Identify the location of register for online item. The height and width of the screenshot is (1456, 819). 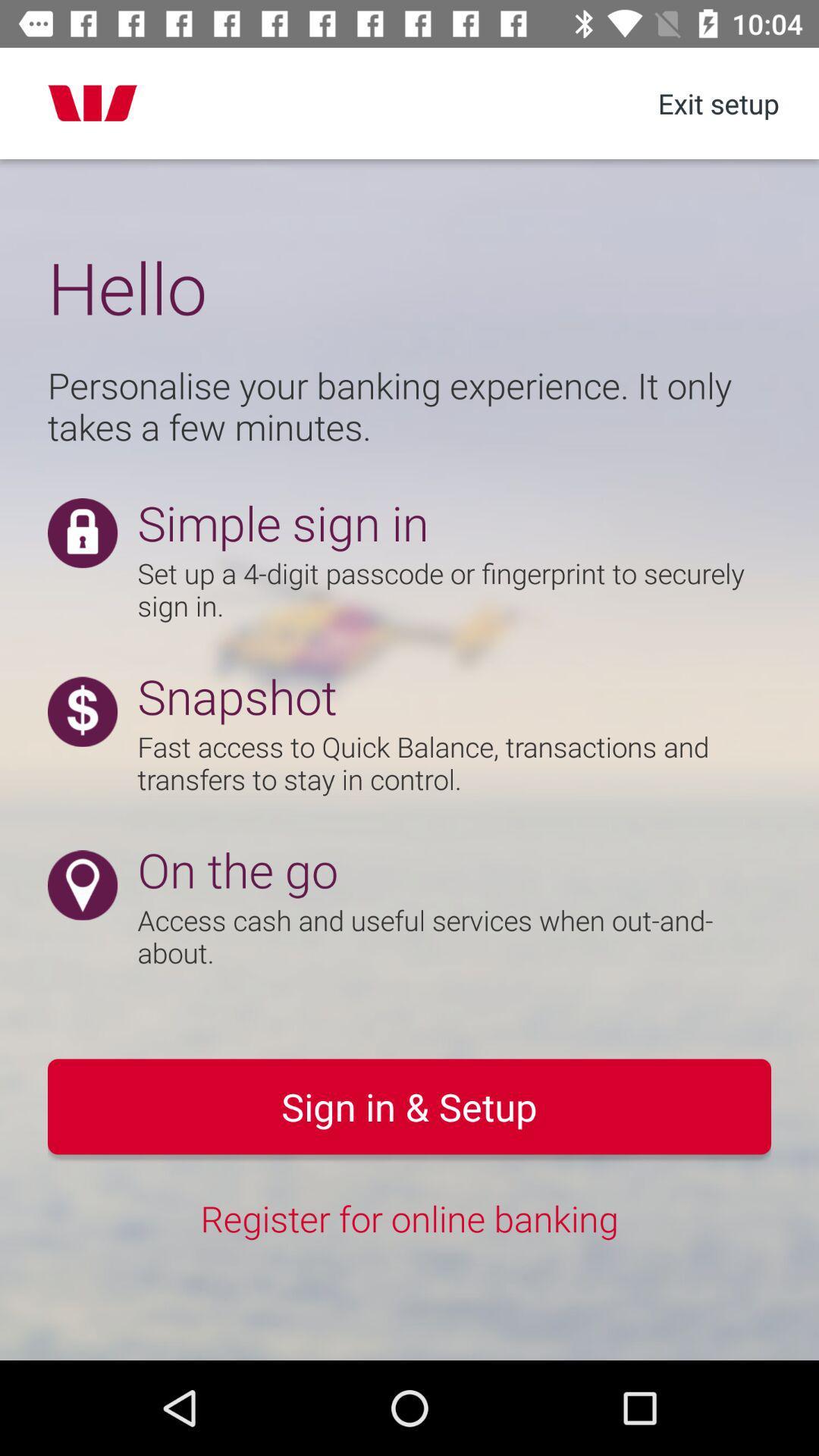
(409, 1218).